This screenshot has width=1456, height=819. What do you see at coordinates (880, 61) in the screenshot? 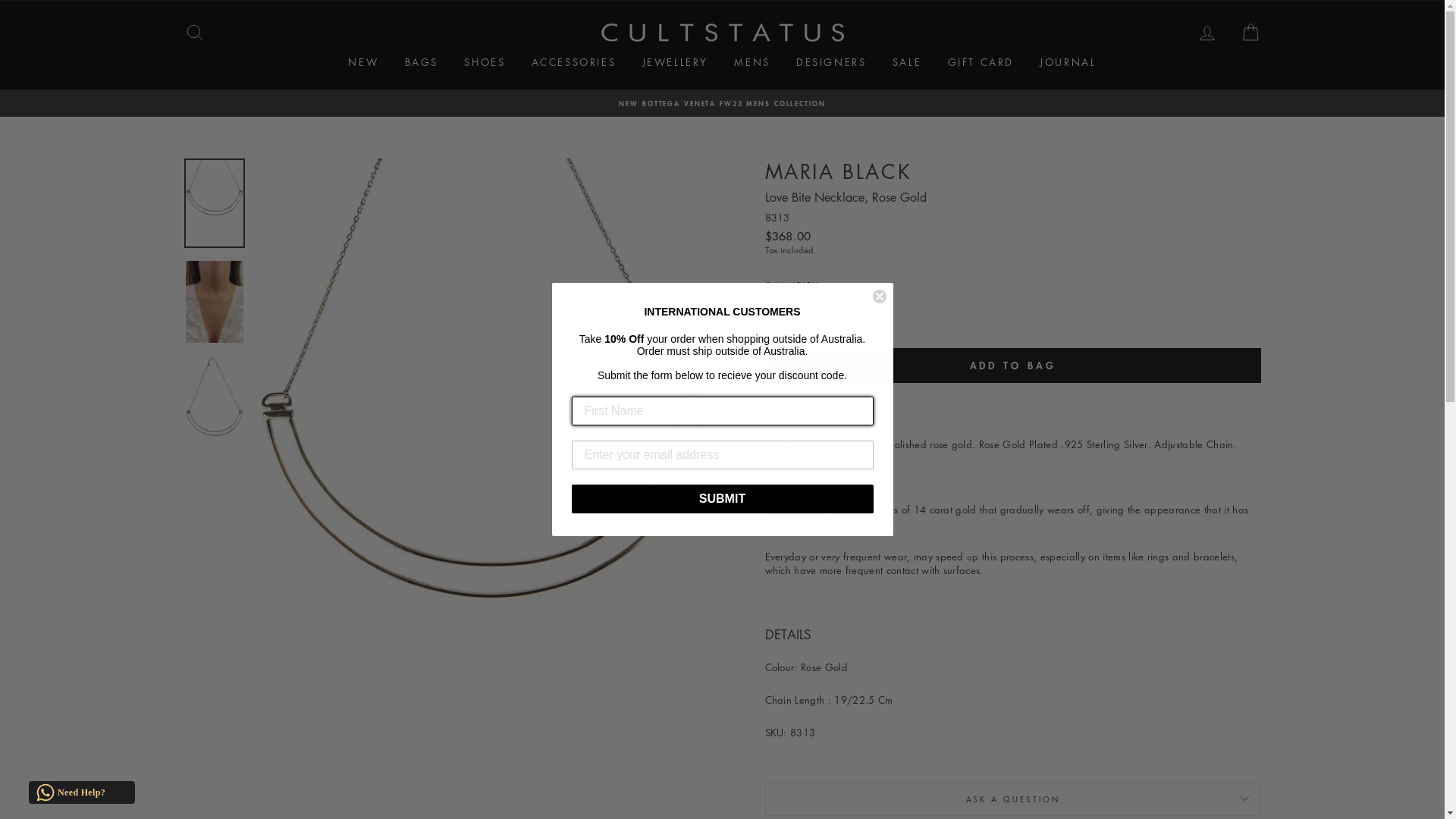
I see `'SALE'` at bounding box center [880, 61].